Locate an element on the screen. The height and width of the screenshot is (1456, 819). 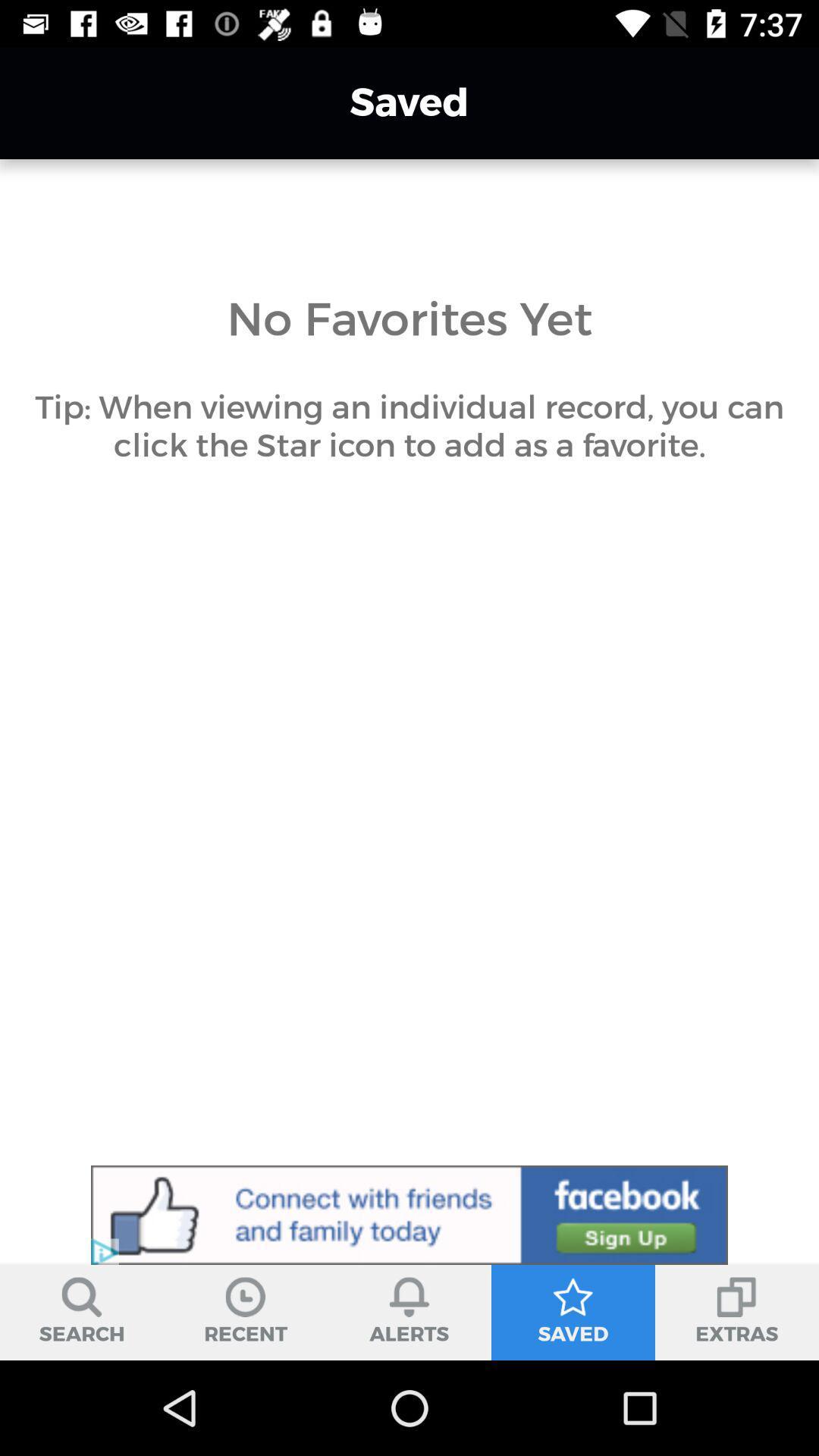
the icon above alerts is located at coordinates (409, 1296).